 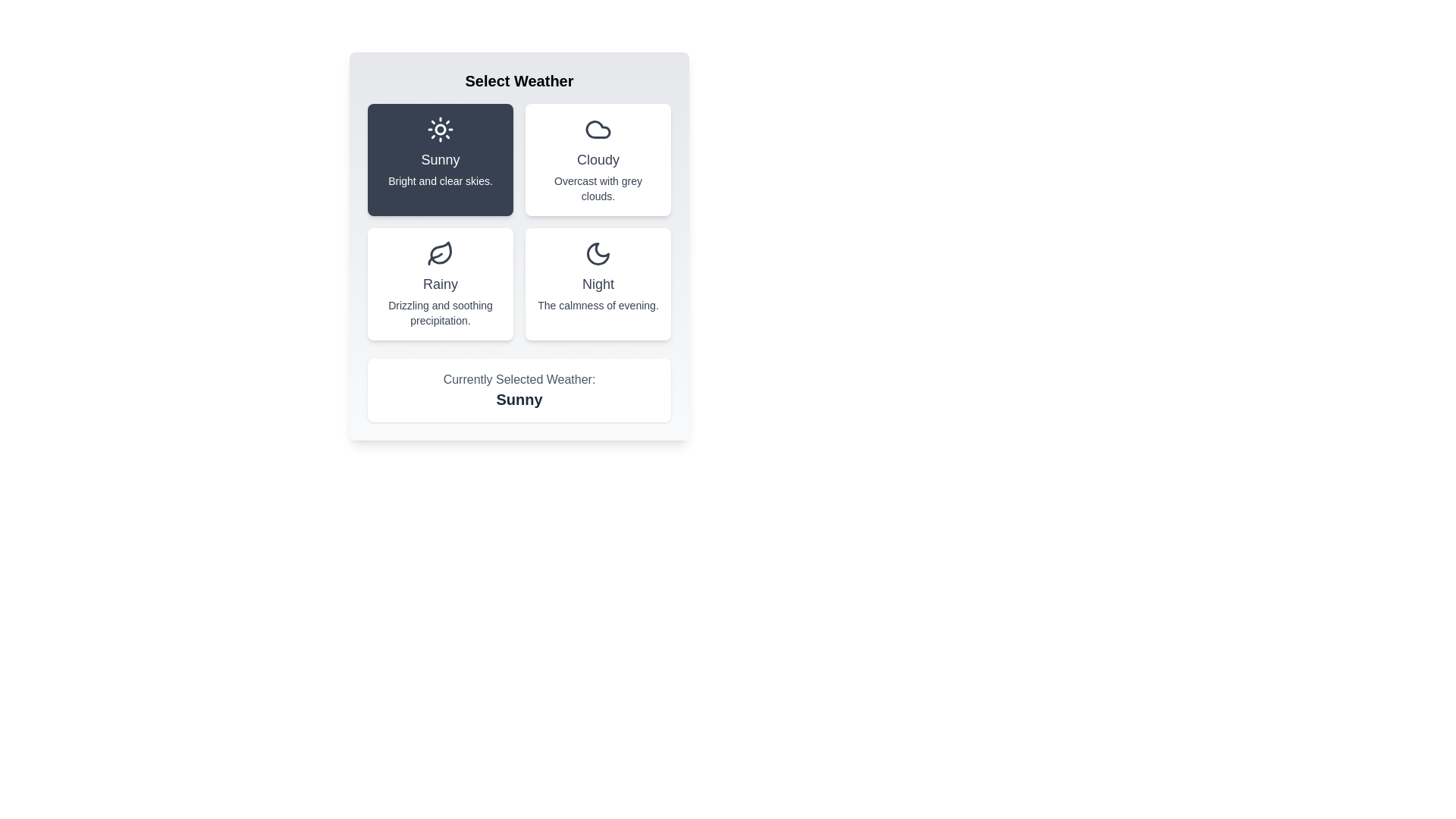 What do you see at coordinates (439, 284) in the screenshot?
I see `the weather button Rainy to observe its hover effect` at bounding box center [439, 284].